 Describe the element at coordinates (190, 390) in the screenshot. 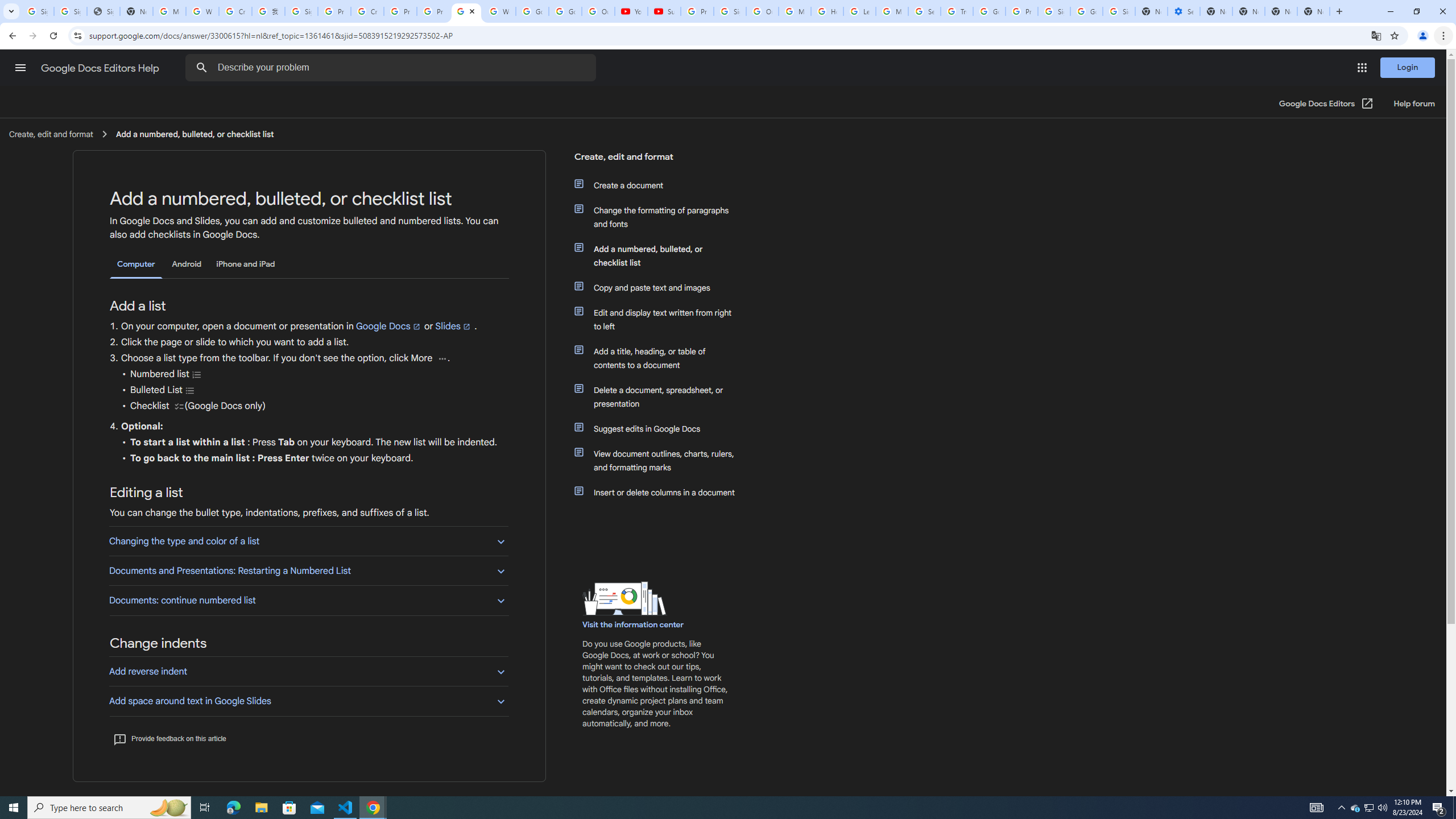

I see `'Bulleted List'` at that location.